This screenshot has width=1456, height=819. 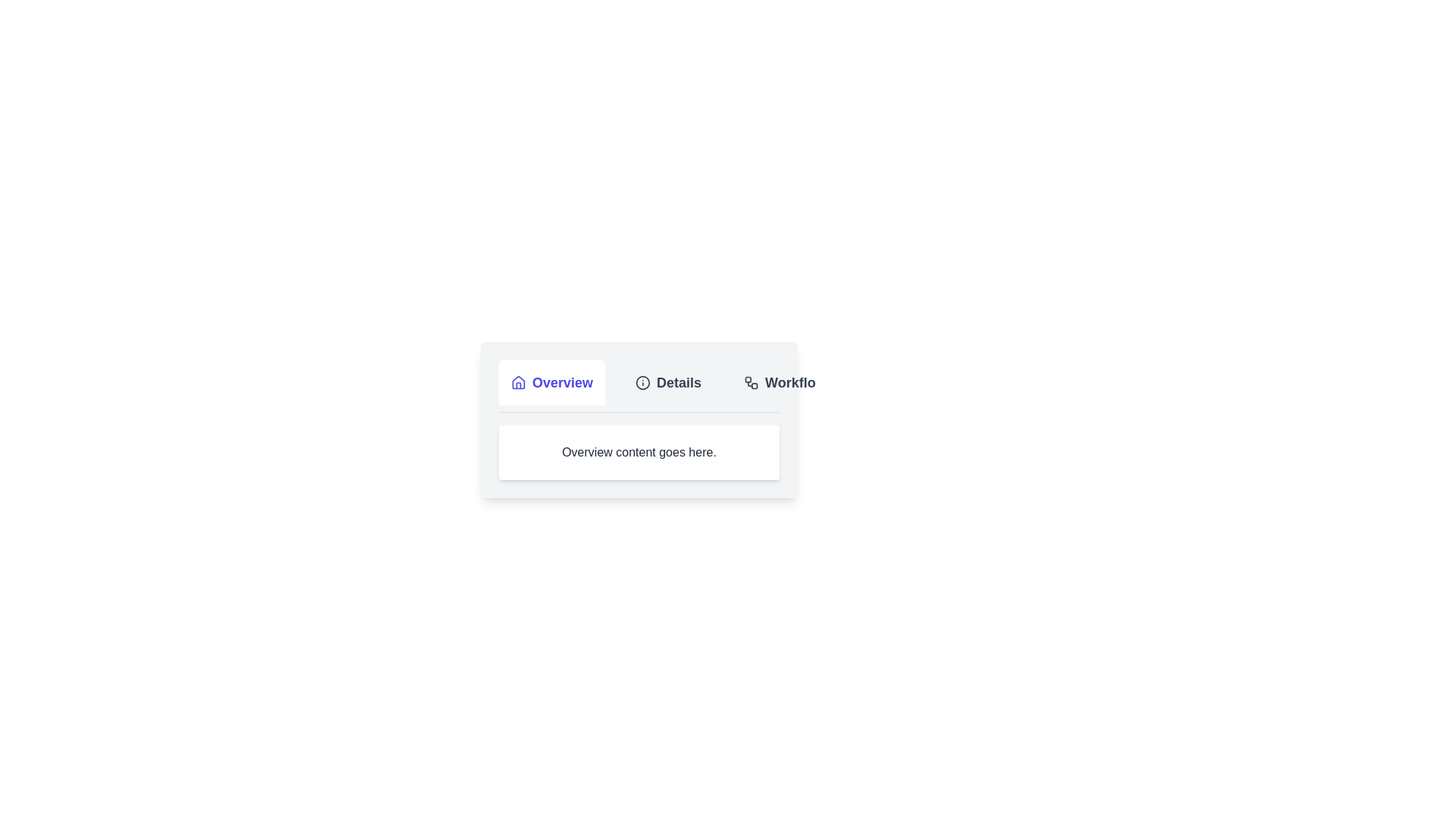 What do you see at coordinates (519, 382) in the screenshot?
I see `the 'Overview' tab icon located to the left of the text label 'Overview' in the tabbed navigation bar` at bounding box center [519, 382].